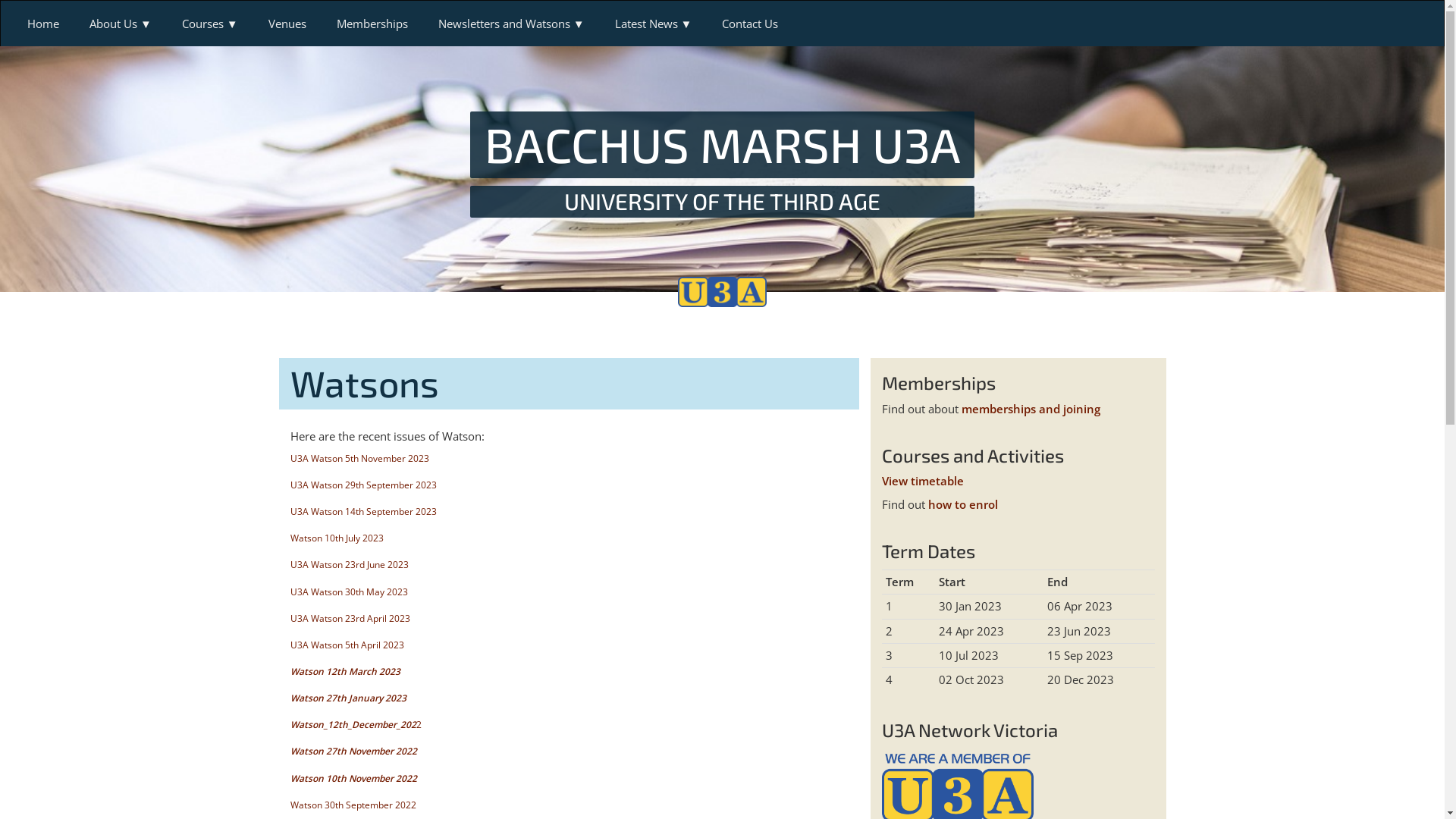 The image size is (1456, 819). I want to click on 'Watson 10th July 2023', so click(335, 537).